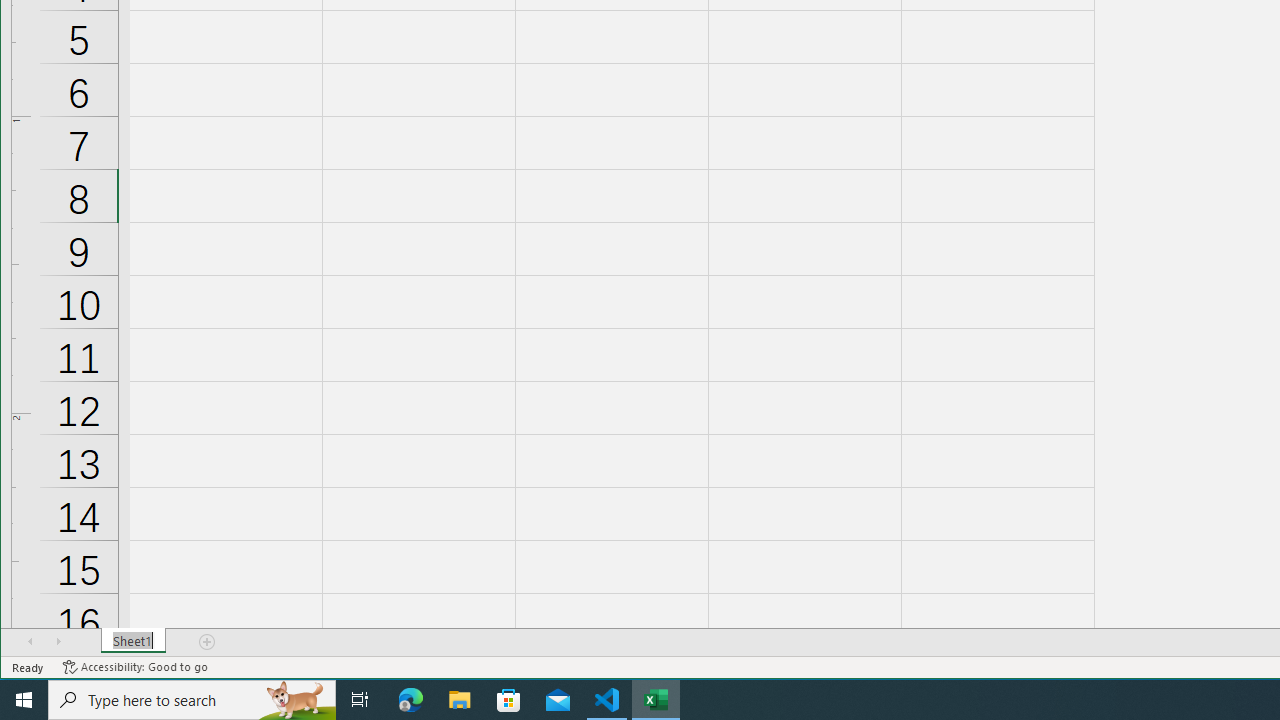  I want to click on 'Search highlights icon opens search home window', so click(294, 698).